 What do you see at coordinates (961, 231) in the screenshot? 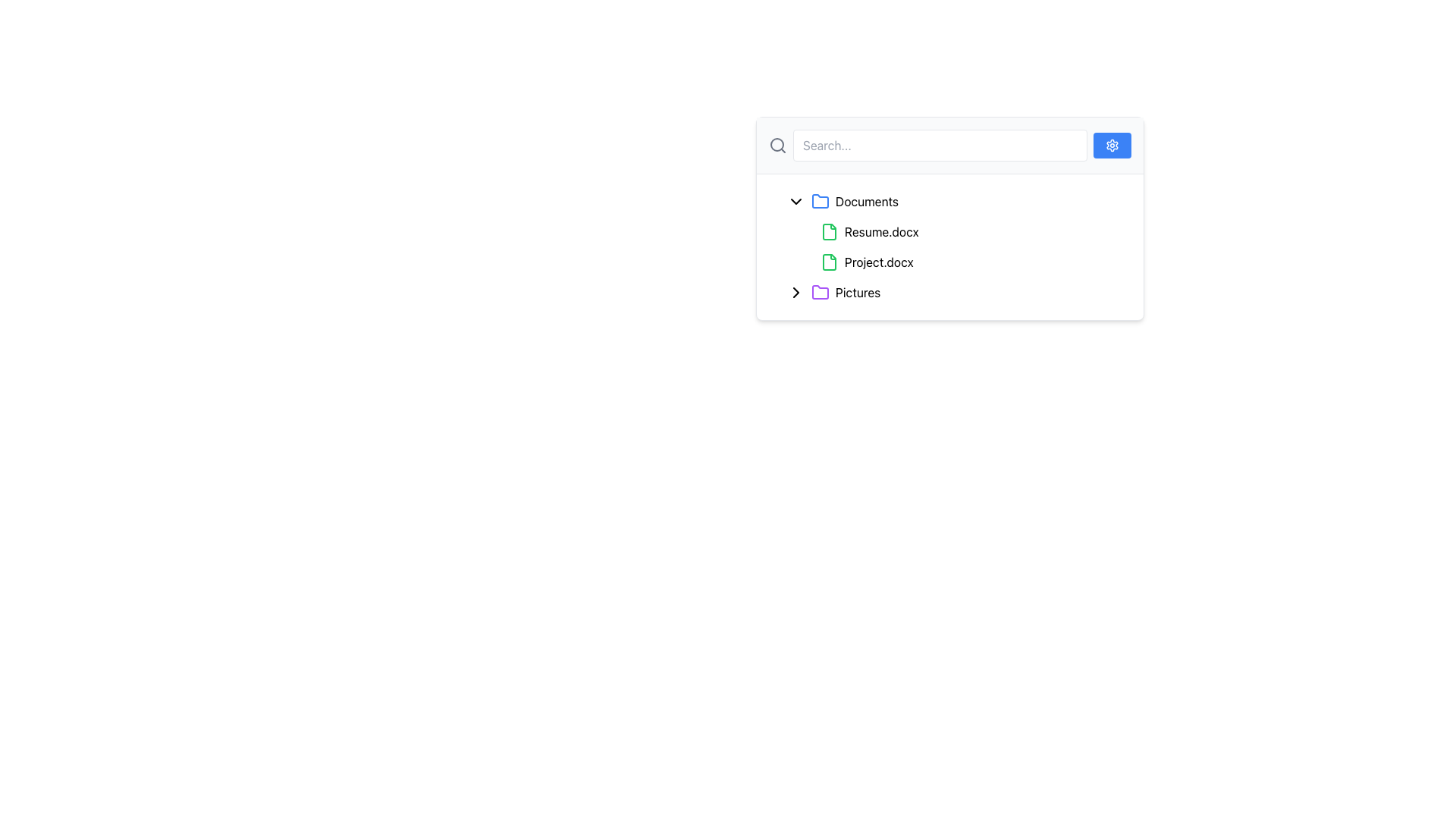
I see `the List item representing the file named 'Resume.docx' in the file explorer` at bounding box center [961, 231].